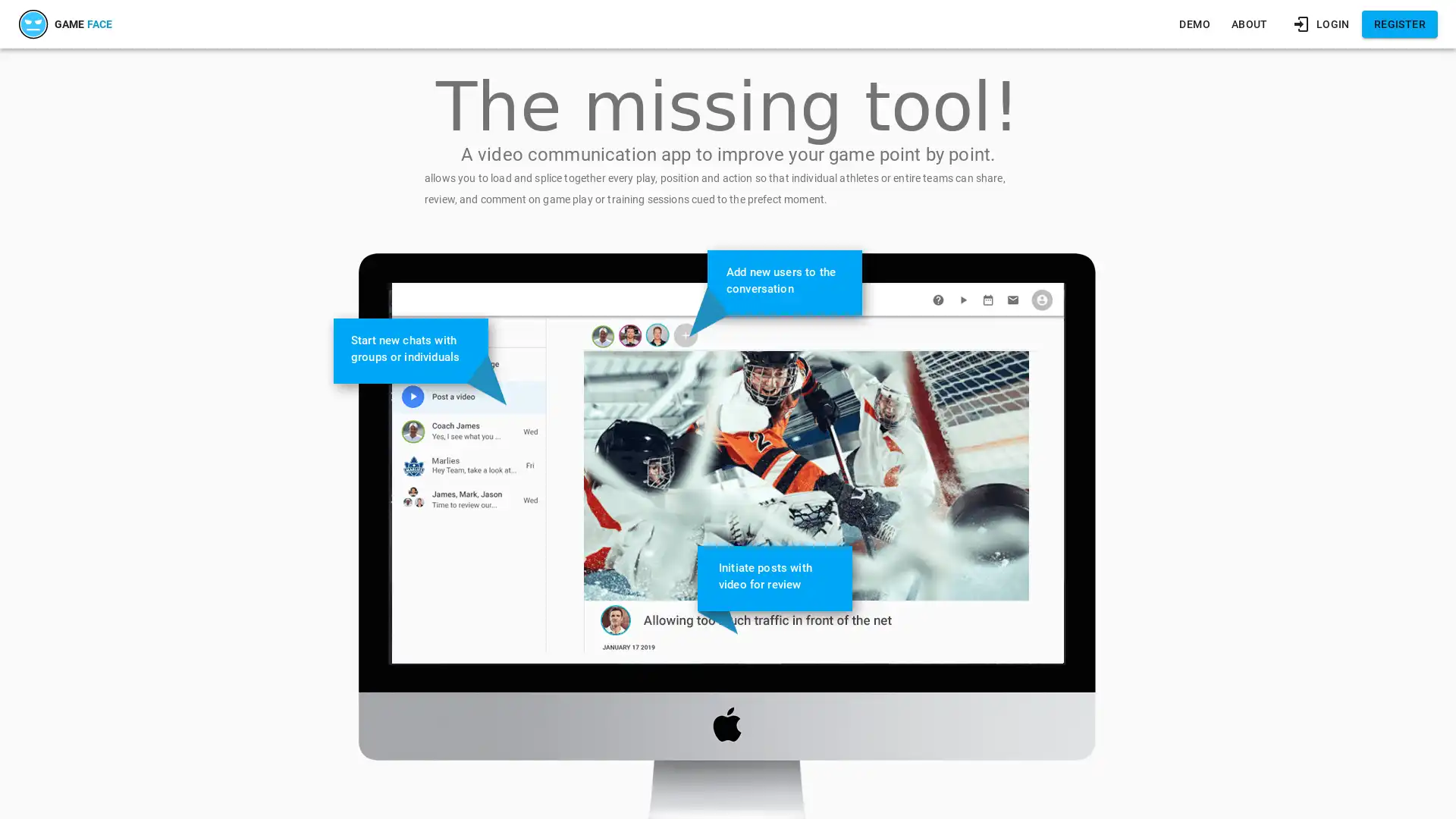 Image resolution: width=1456 pixels, height=819 pixels. I want to click on ABOUT, so click(1248, 24).